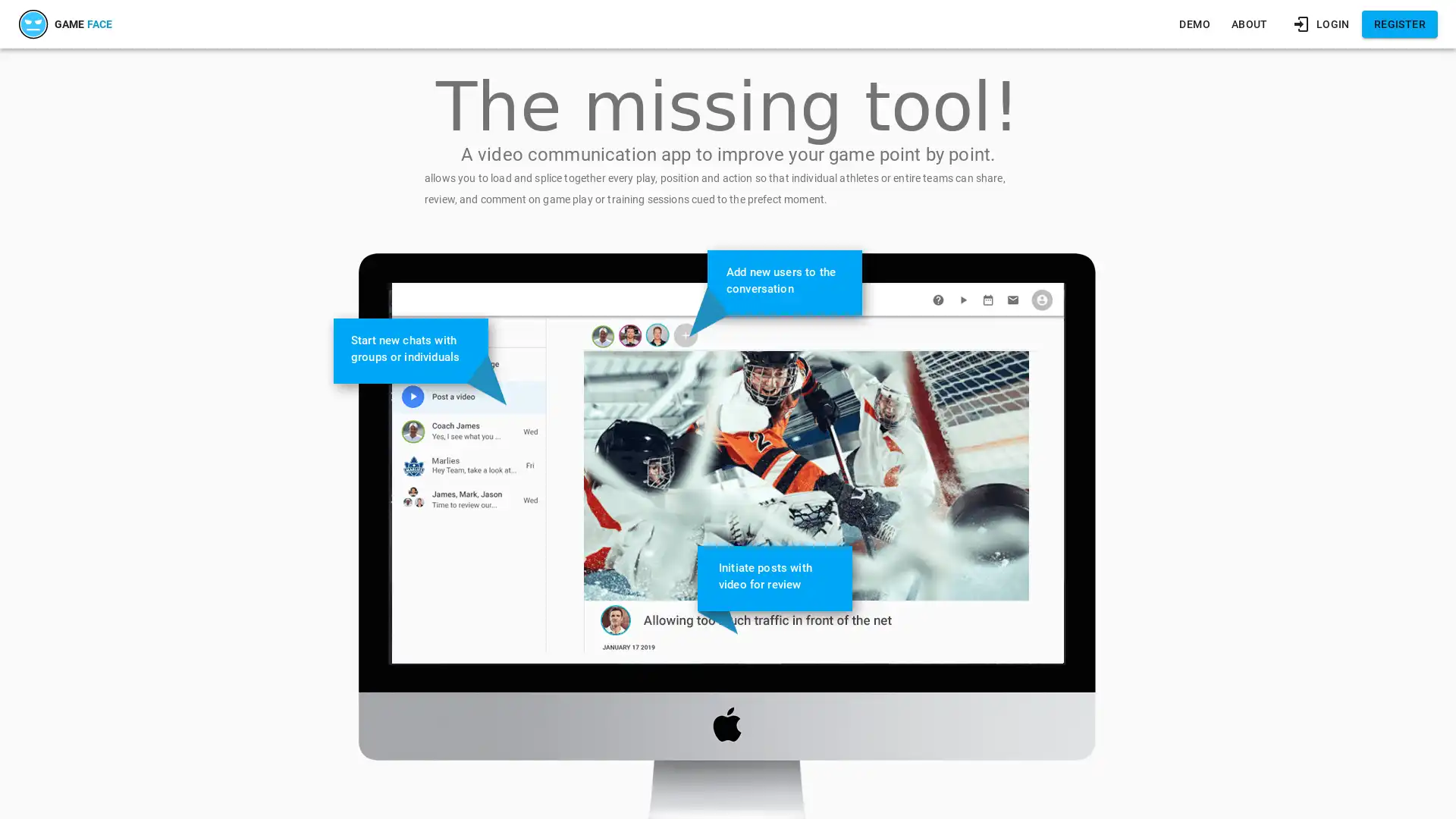 Image resolution: width=1456 pixels, height=819 pixels. I want to click on ABOUT, so click(1248, 24).